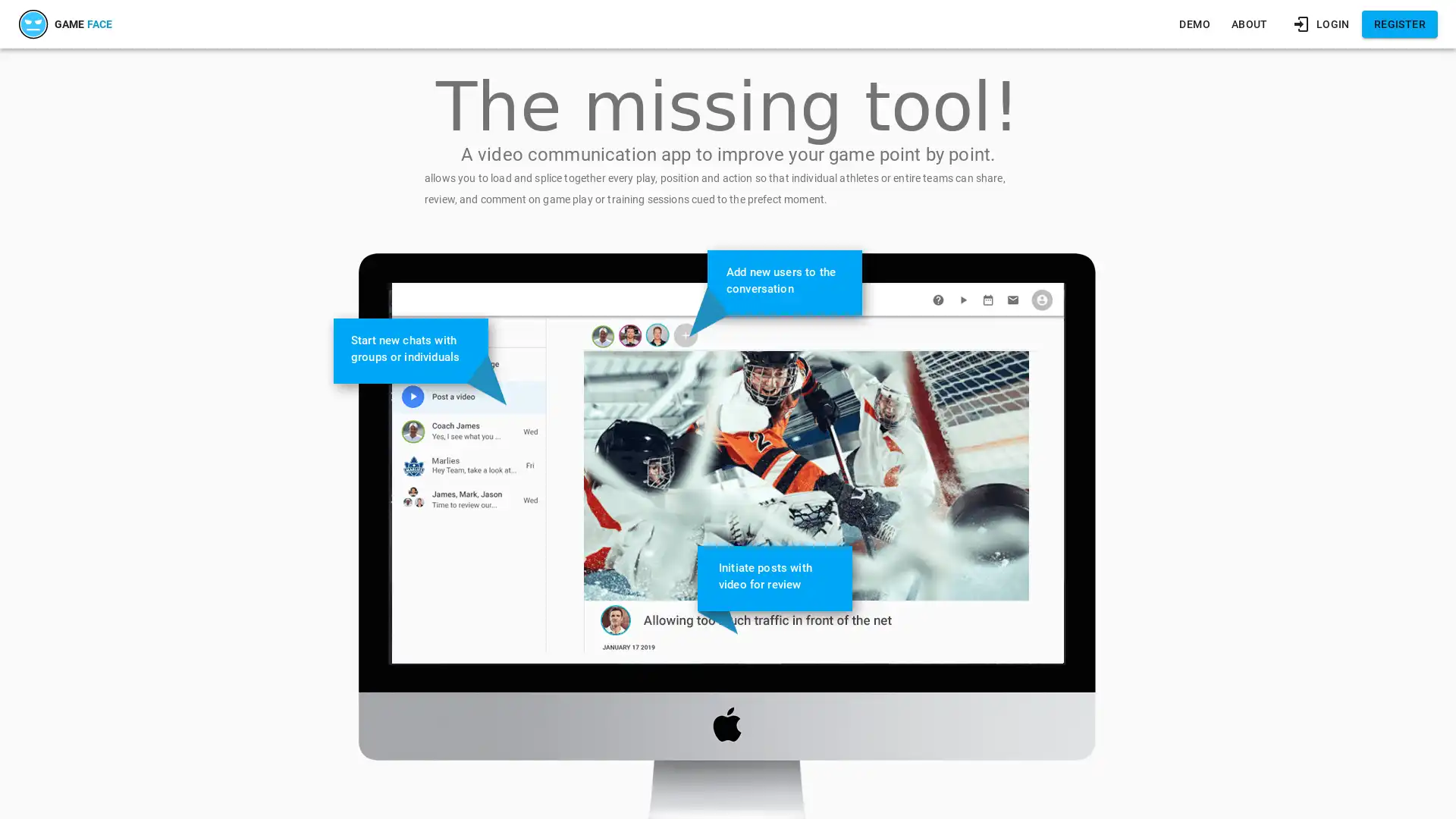 Image resolution: width=1456 pixels, height=819 pixels. I want to click on ABOUT, so click(1248, 24).